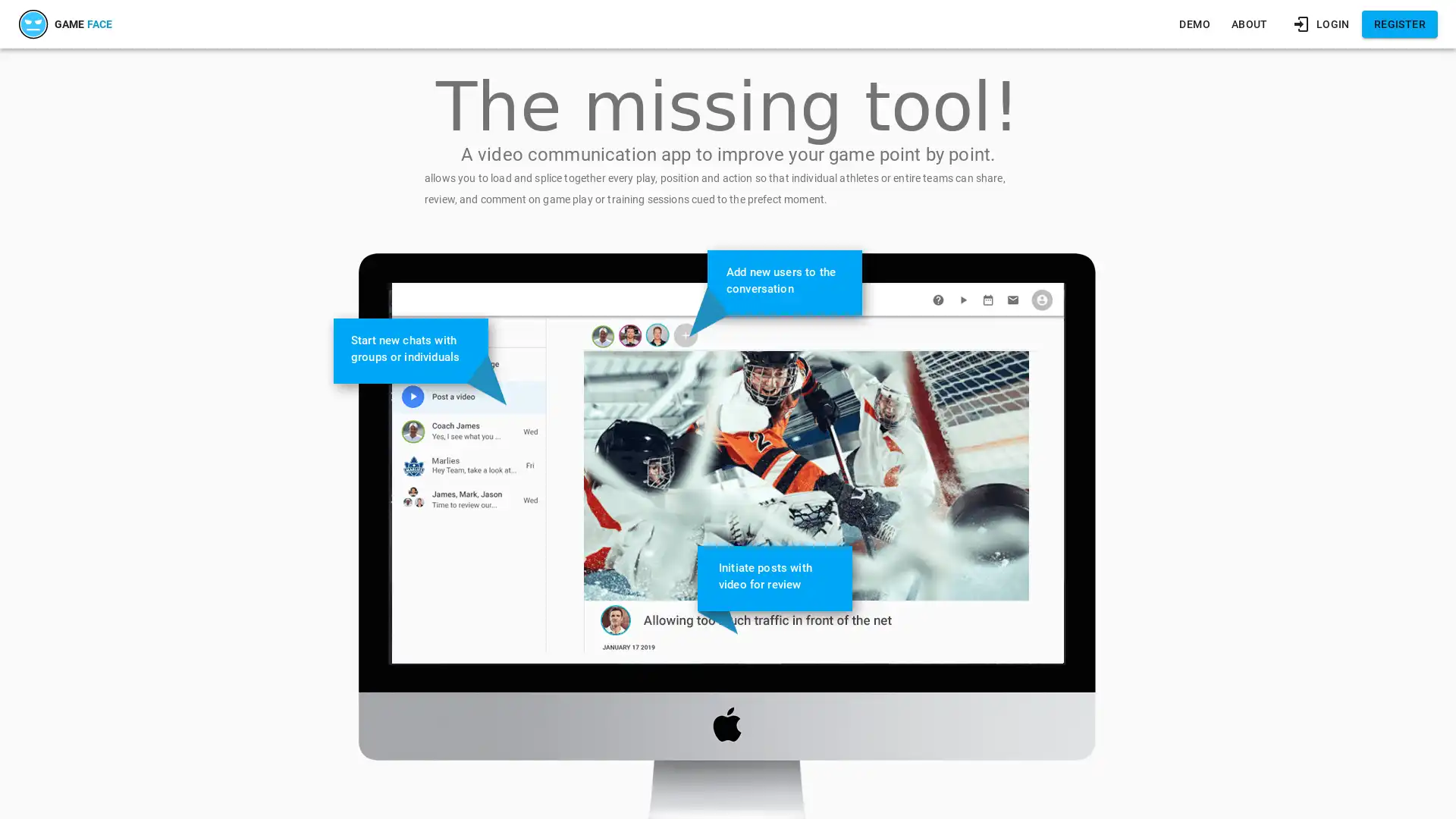 Image resolution: width=1456 pixels, height=819 pixels. I want to click on ABOUT, so click(1248, 24).